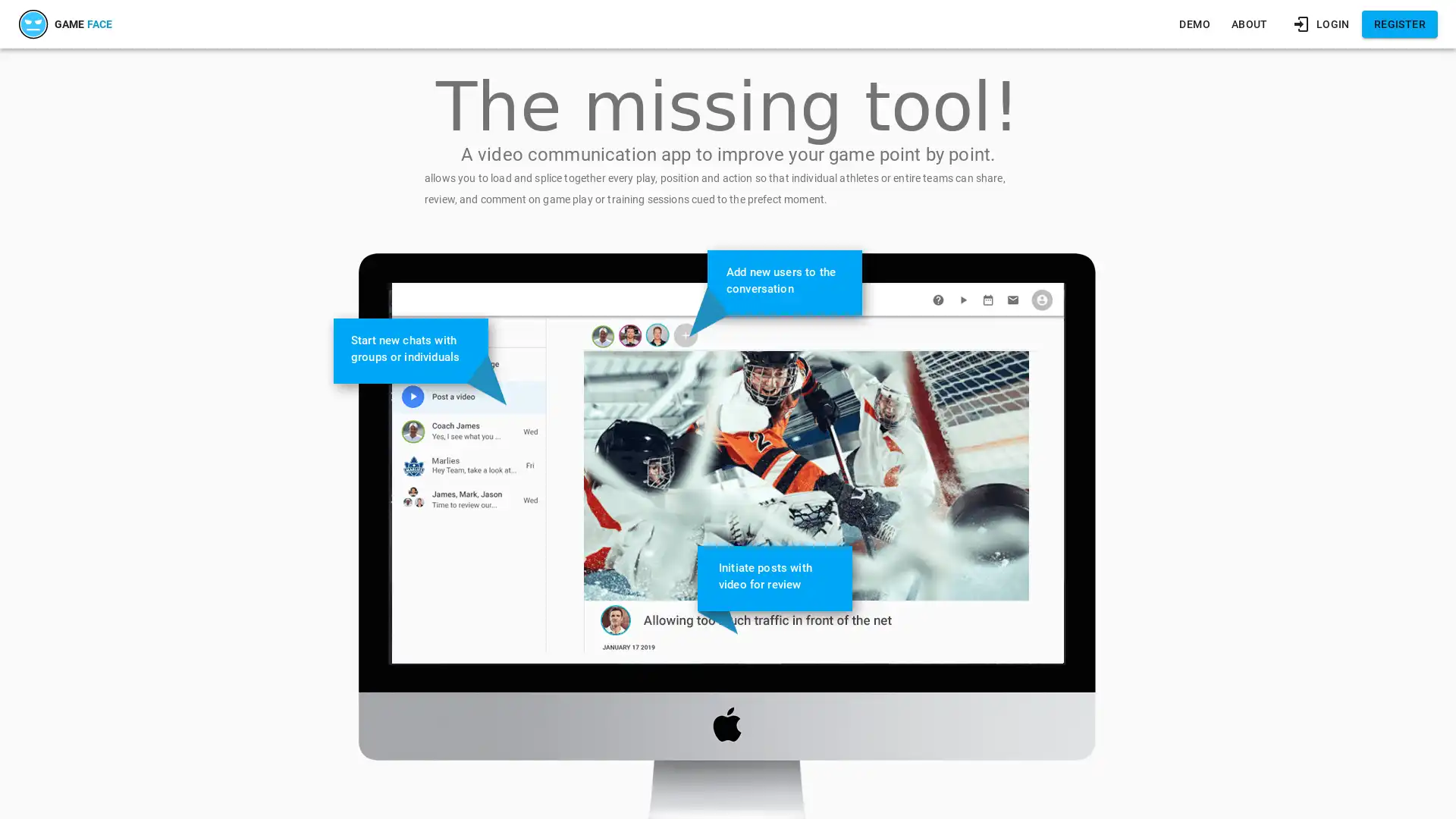 Image resolution: width=1456 pixels, height=819 pixels. I want to click on ABOUT, so click(1248, 24).